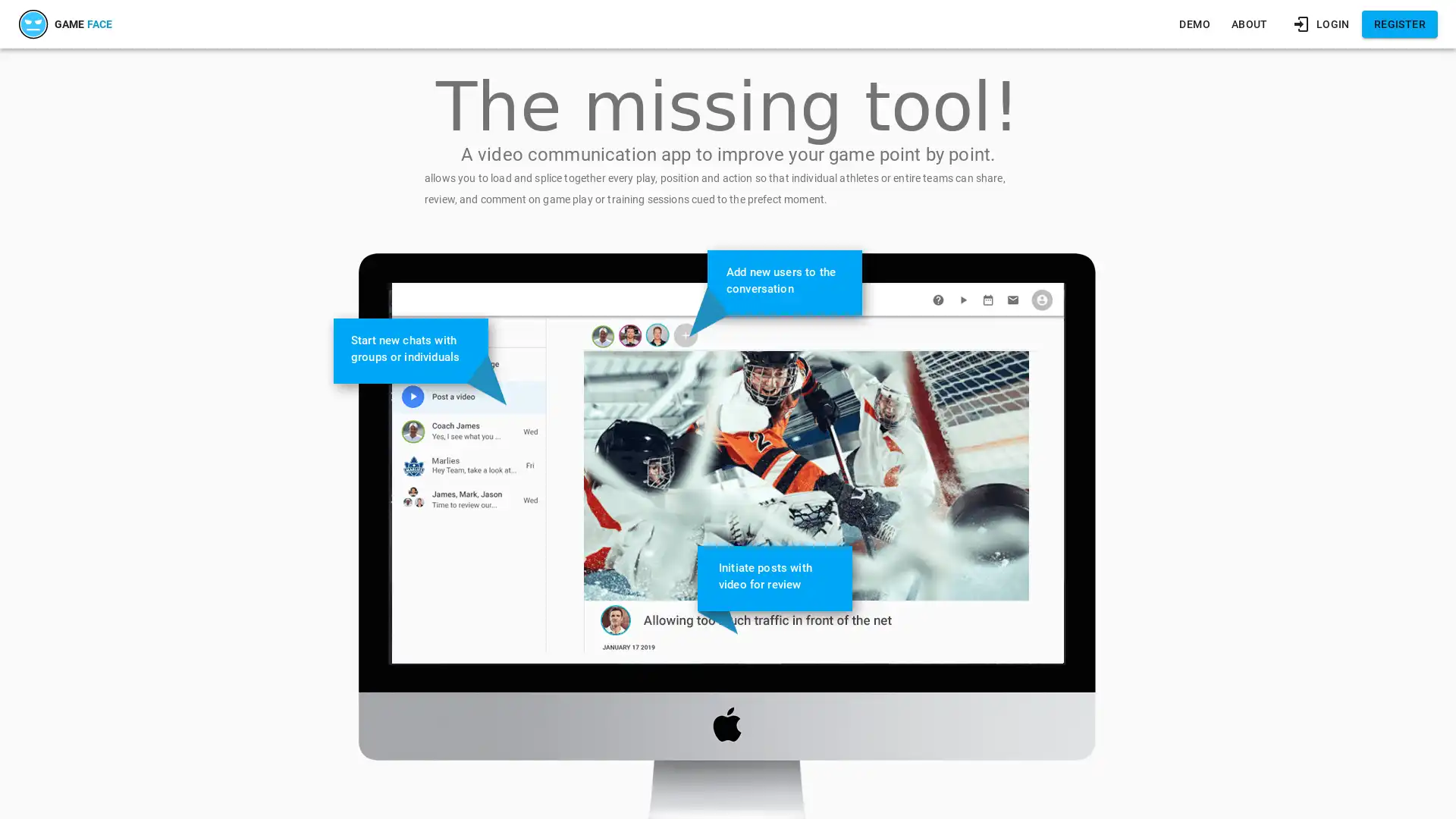 Image resolution: width=1456 pixels, height=819 pixels. I want to click on ABOUT, so click(1248, 24).